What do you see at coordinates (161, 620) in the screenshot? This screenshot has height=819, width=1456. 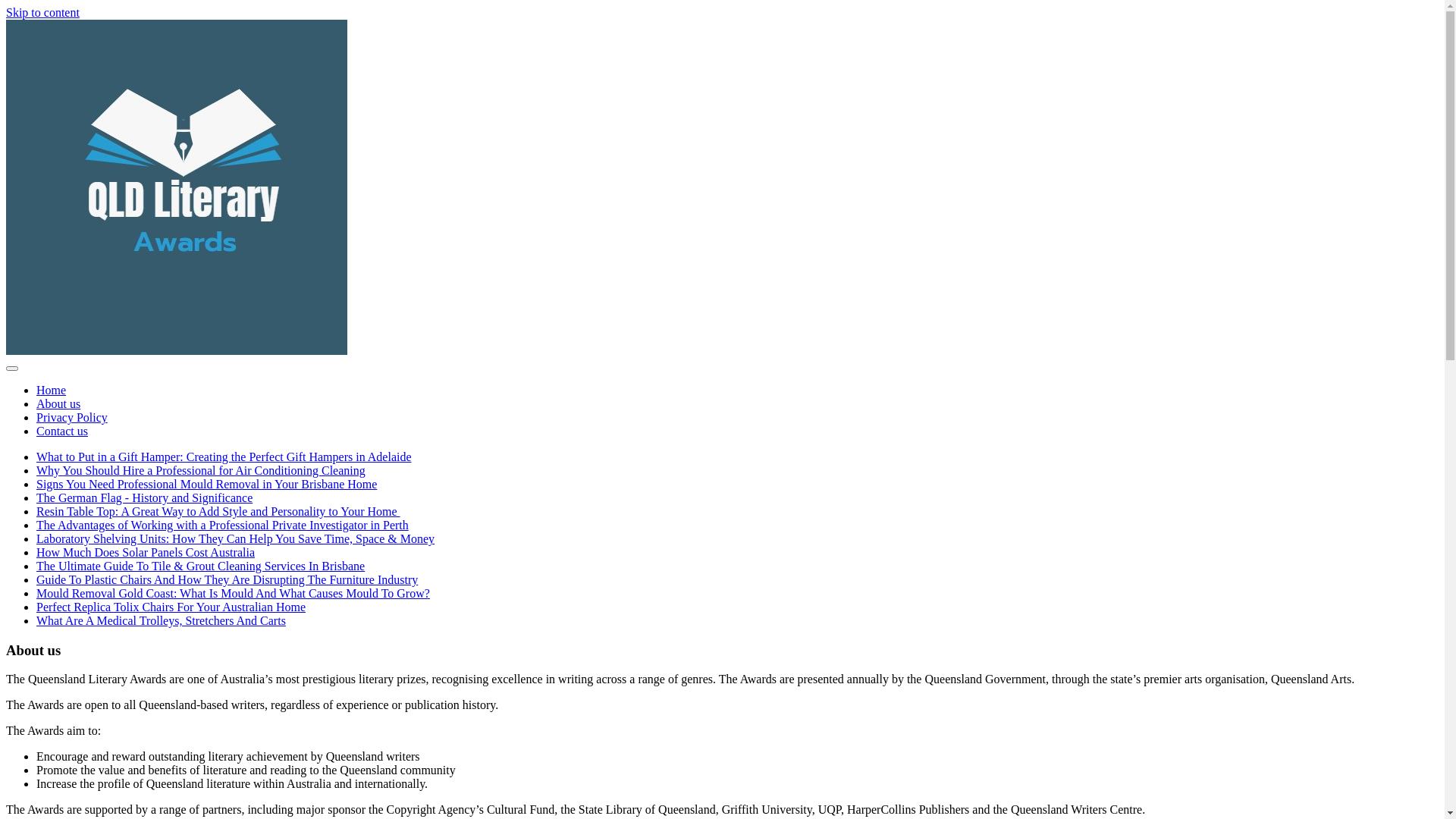 I see `'What Are A Medical Trolleys, Stretchers And Carts'` at bounding box center [161, 620].